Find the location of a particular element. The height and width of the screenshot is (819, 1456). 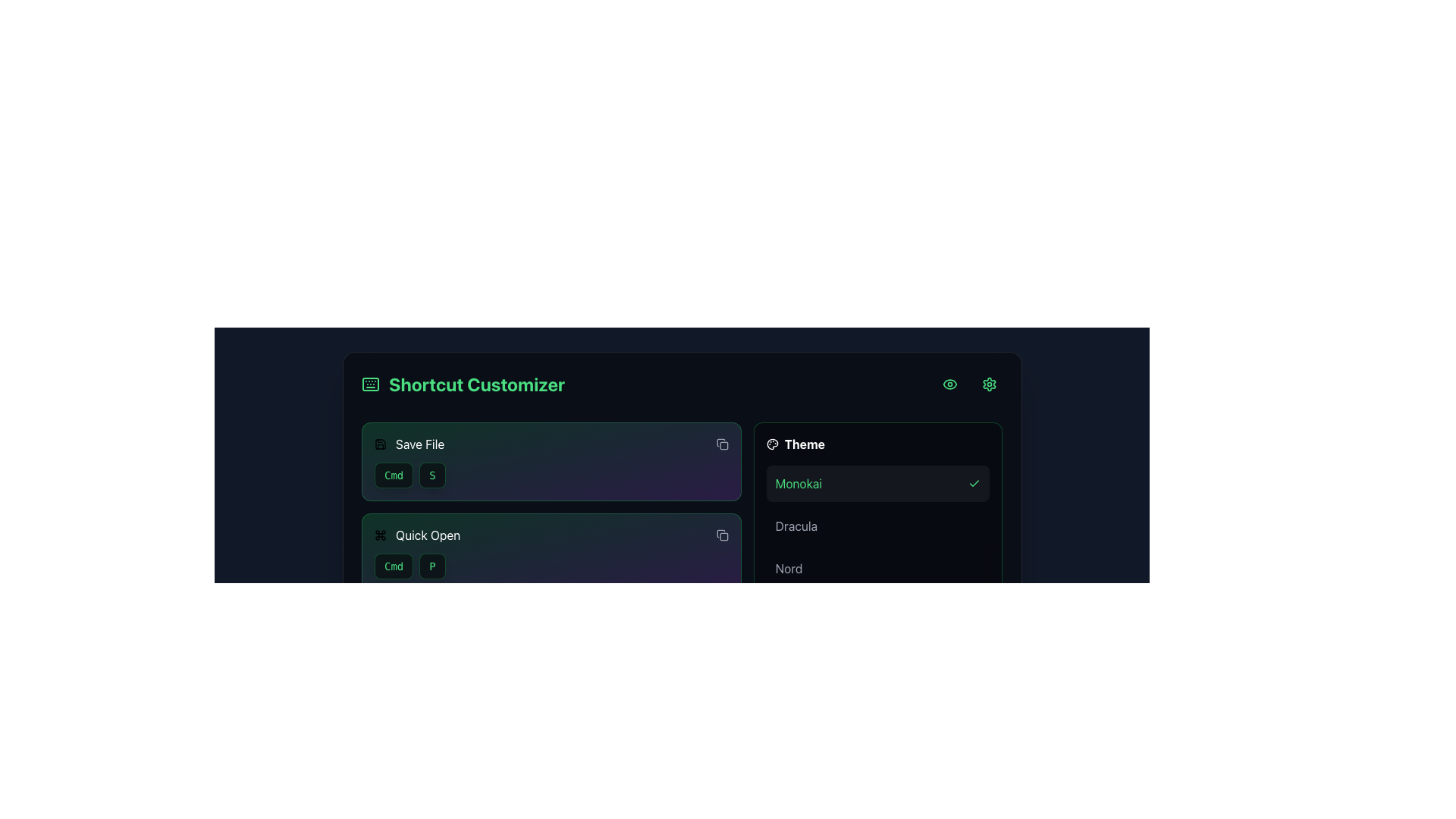

to select the 'Dracula' theme option, which is the second option in the vertically stacked list within the 'Theme' section of the 'Shortcut Customizer' interface is located at coordinates (878, 526).